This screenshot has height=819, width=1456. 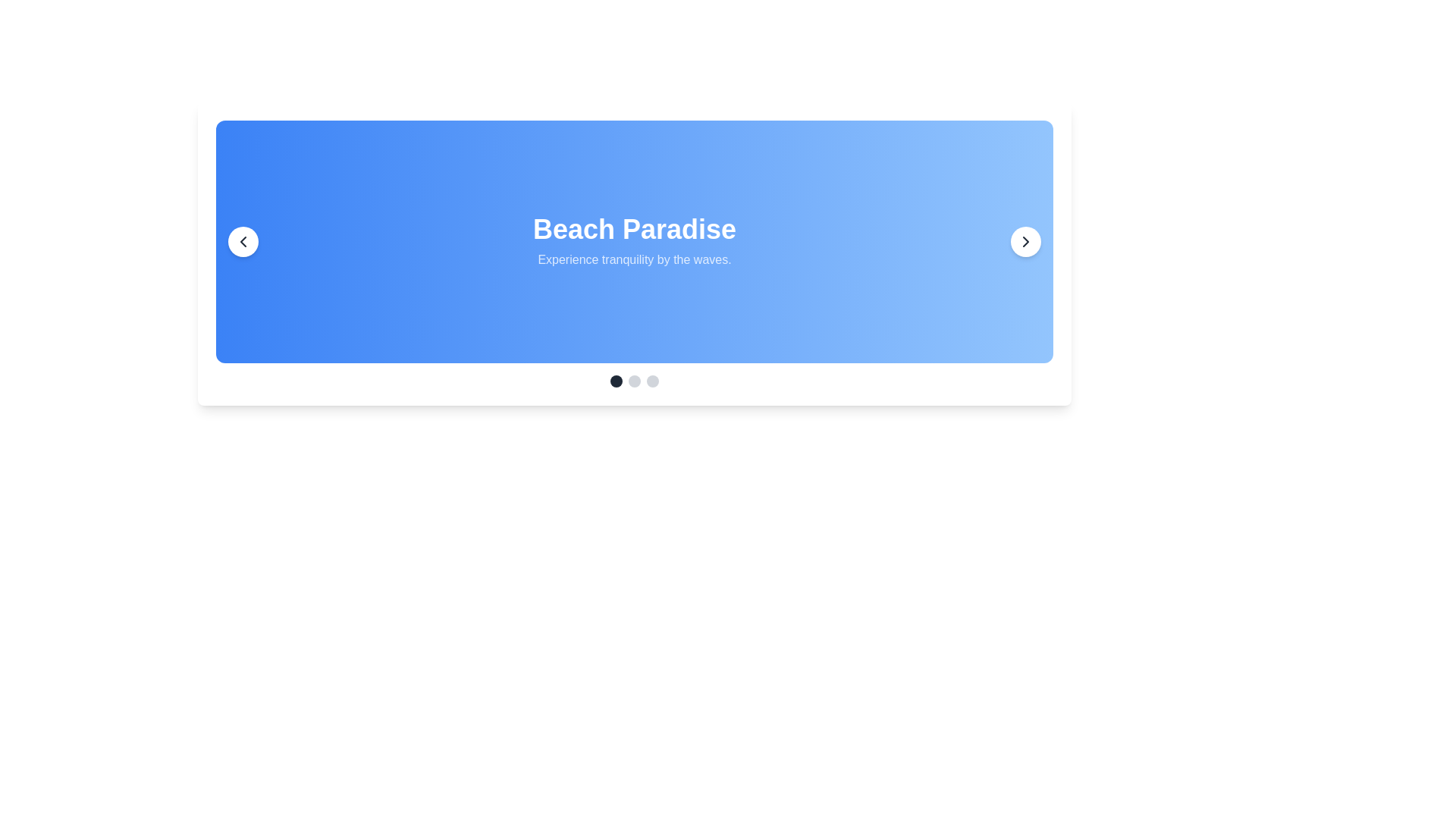 What do you see at coordinates (634, 380) in the screenshot?
I see `the second circular button in the navigation group, which is light-gray and indicates an inactive state` at bounding box center [634, 380].